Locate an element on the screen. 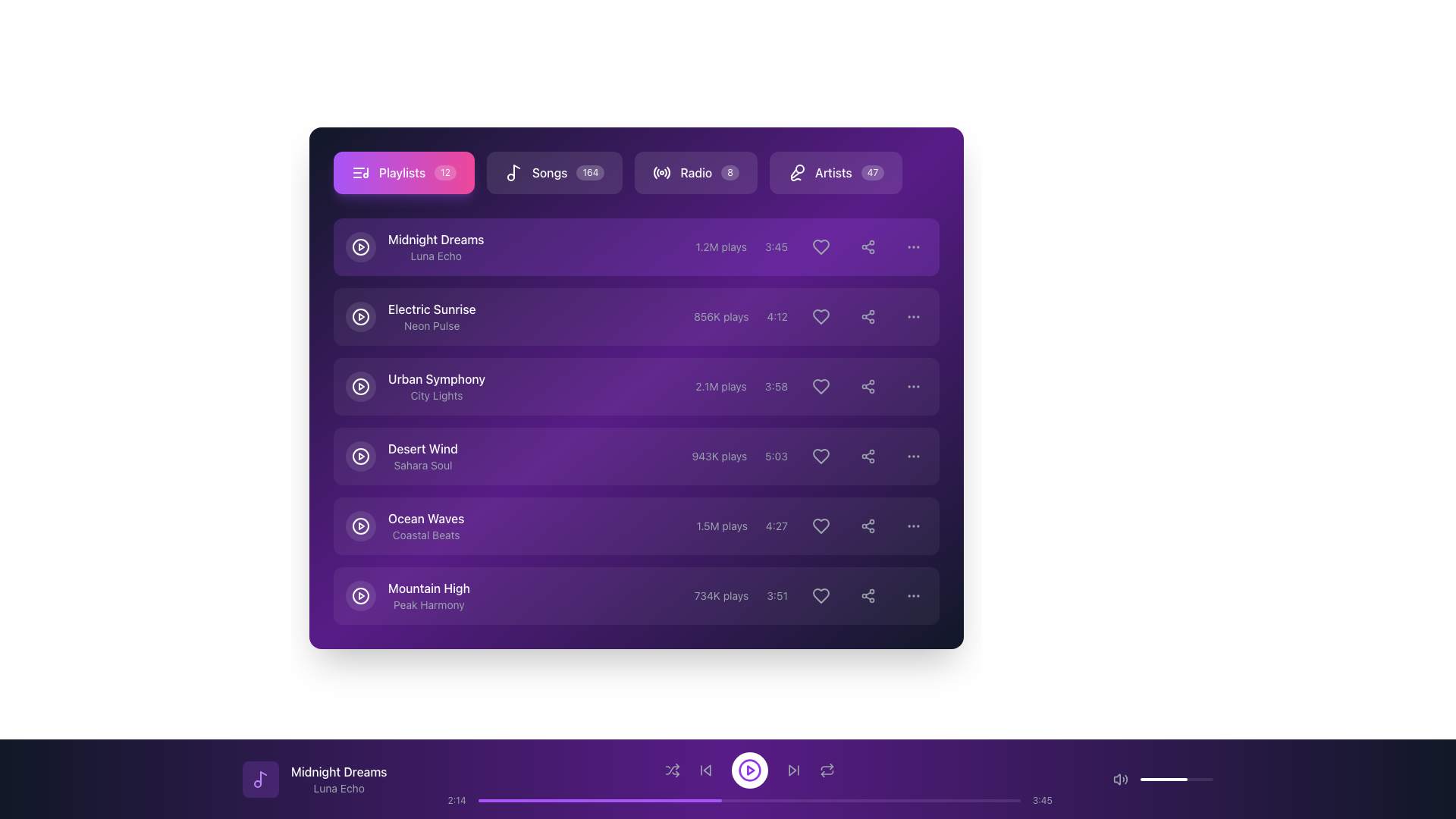 The image size is (1456, 819). the third list item under the 'Playlists' section that displays 'Urban Symphony' in bold white font and 'City Lights' in gray font is located at coordinates (415, 385).